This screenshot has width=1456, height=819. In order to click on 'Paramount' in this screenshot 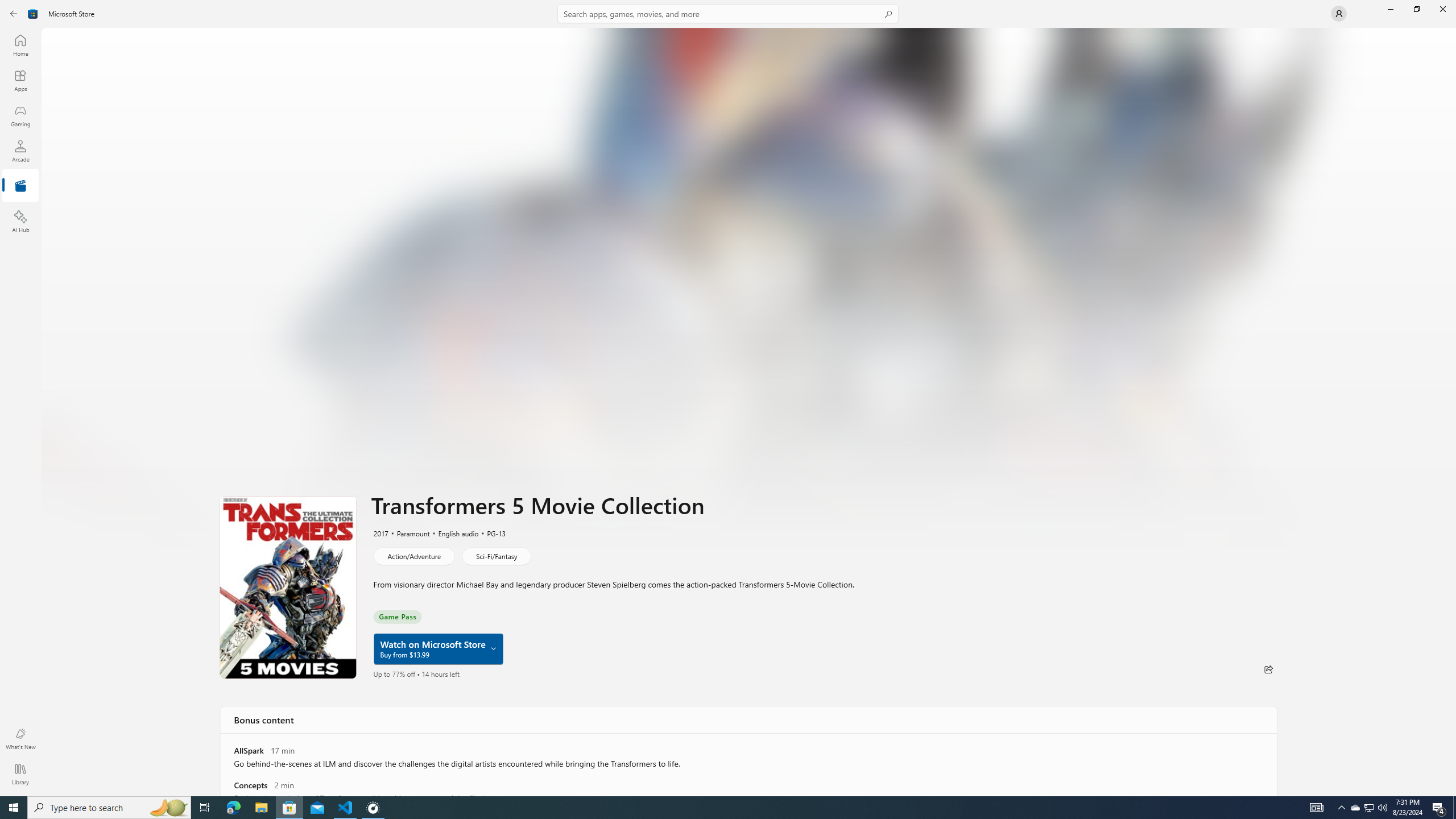, I will do `click(408, 533)`.